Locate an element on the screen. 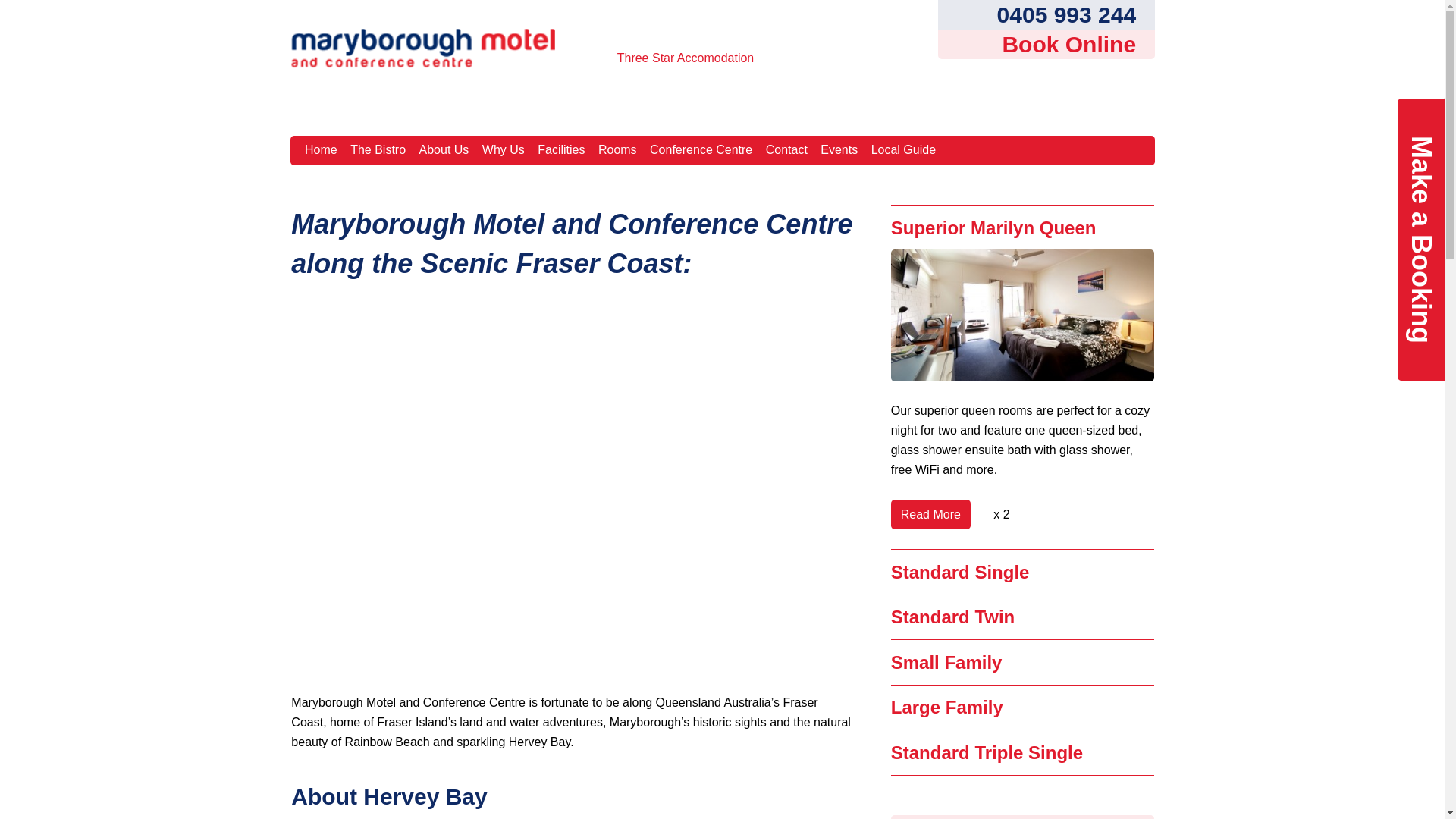 The image size is (1456, 819). 'Contact' is located at coordinates (786, 150).